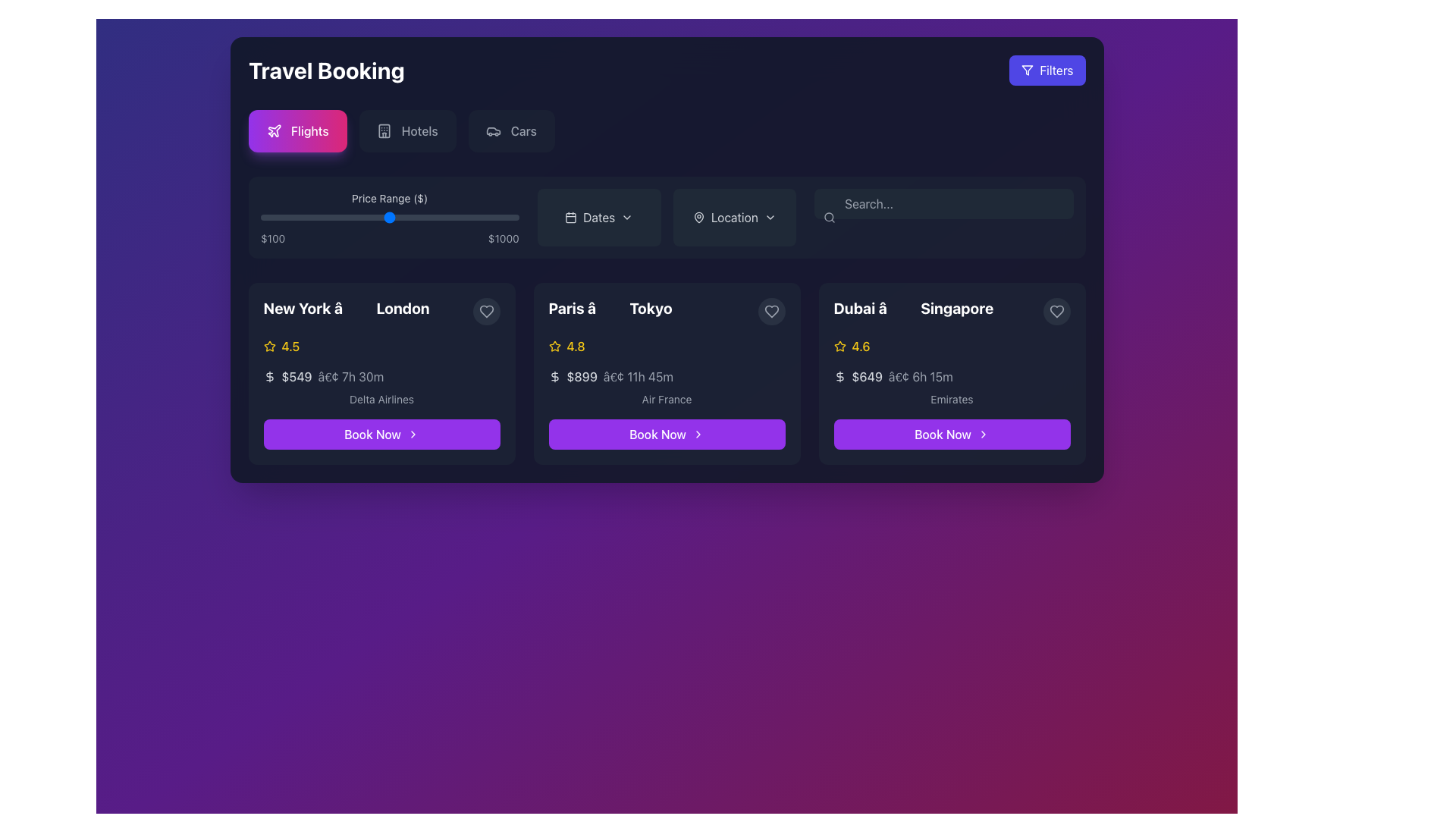 This screenshot has width=1456, height=819. I want to click on text from the upper-right text label displaying the value '$1000' on the price range slider, so click(504, 239).